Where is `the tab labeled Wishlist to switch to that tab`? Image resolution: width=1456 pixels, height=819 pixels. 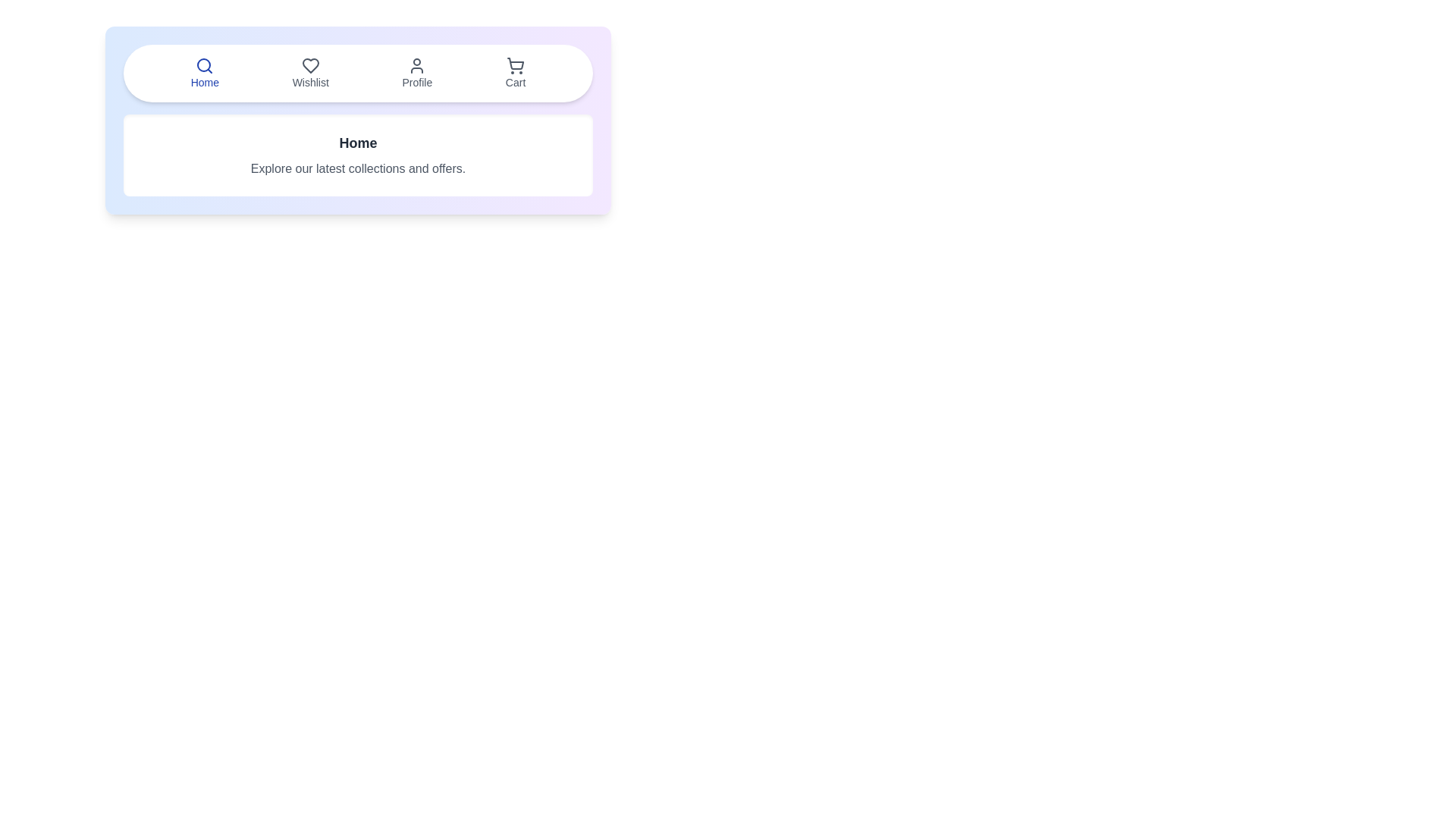 the tab labeled Wishlist to switch to that tab is located at coordinates (309, 73).